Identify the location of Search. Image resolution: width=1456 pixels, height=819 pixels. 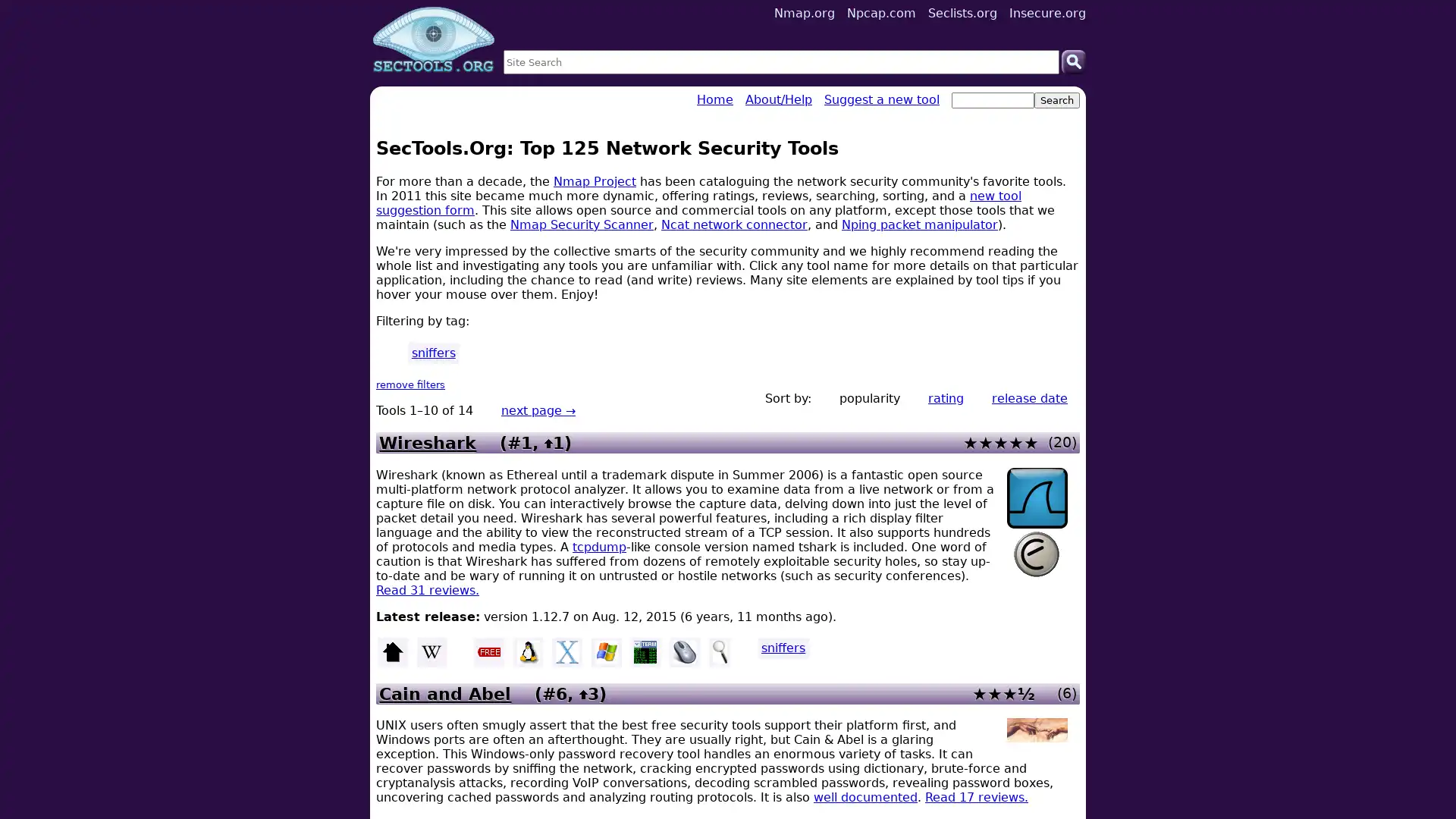
(1073, 61).